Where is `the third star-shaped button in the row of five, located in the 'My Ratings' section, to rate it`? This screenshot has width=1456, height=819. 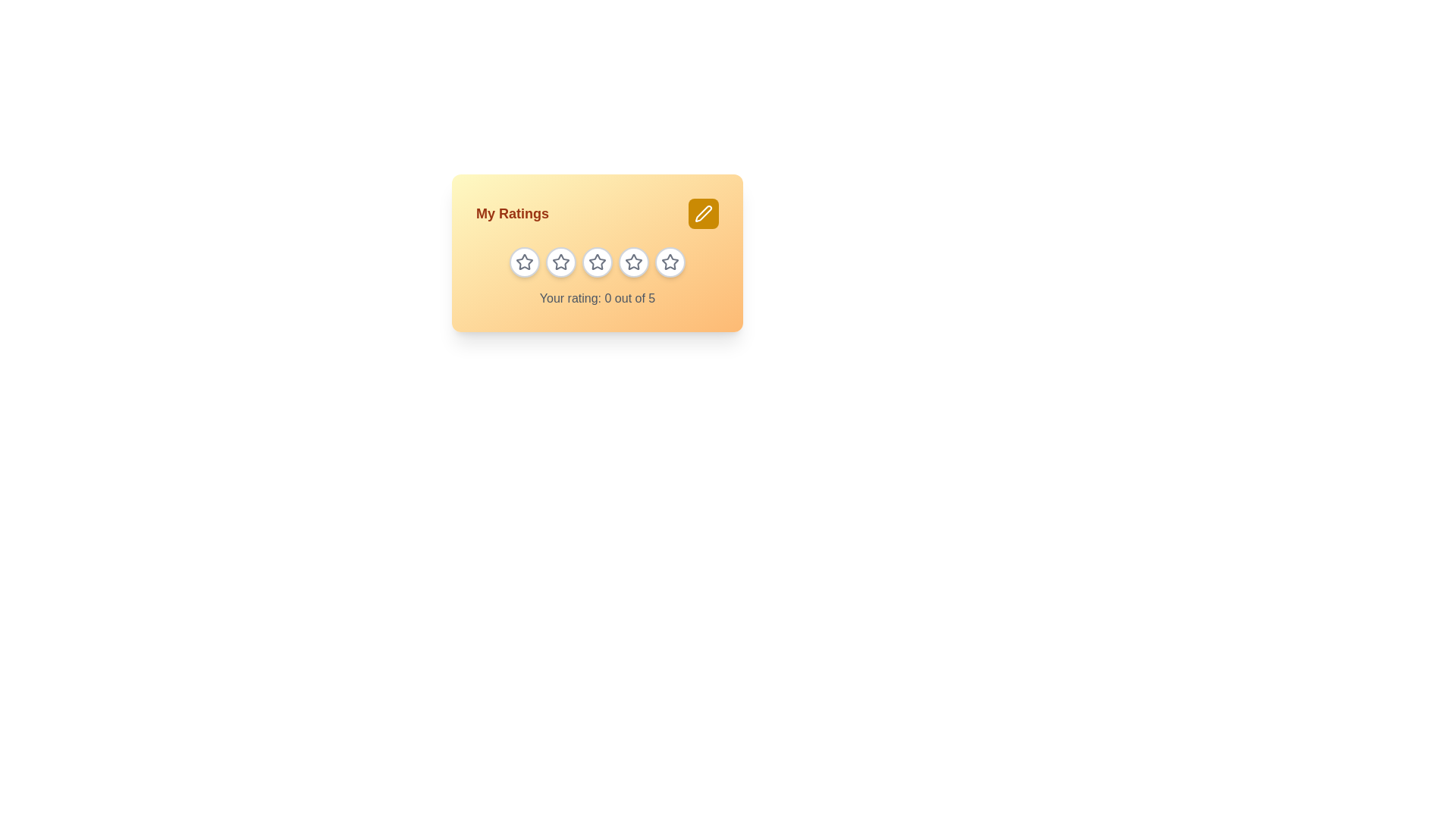
the third star-shaped button in the row of five, located in the 'My Ratings' section, to rate it is located at coordinates (596, 262).